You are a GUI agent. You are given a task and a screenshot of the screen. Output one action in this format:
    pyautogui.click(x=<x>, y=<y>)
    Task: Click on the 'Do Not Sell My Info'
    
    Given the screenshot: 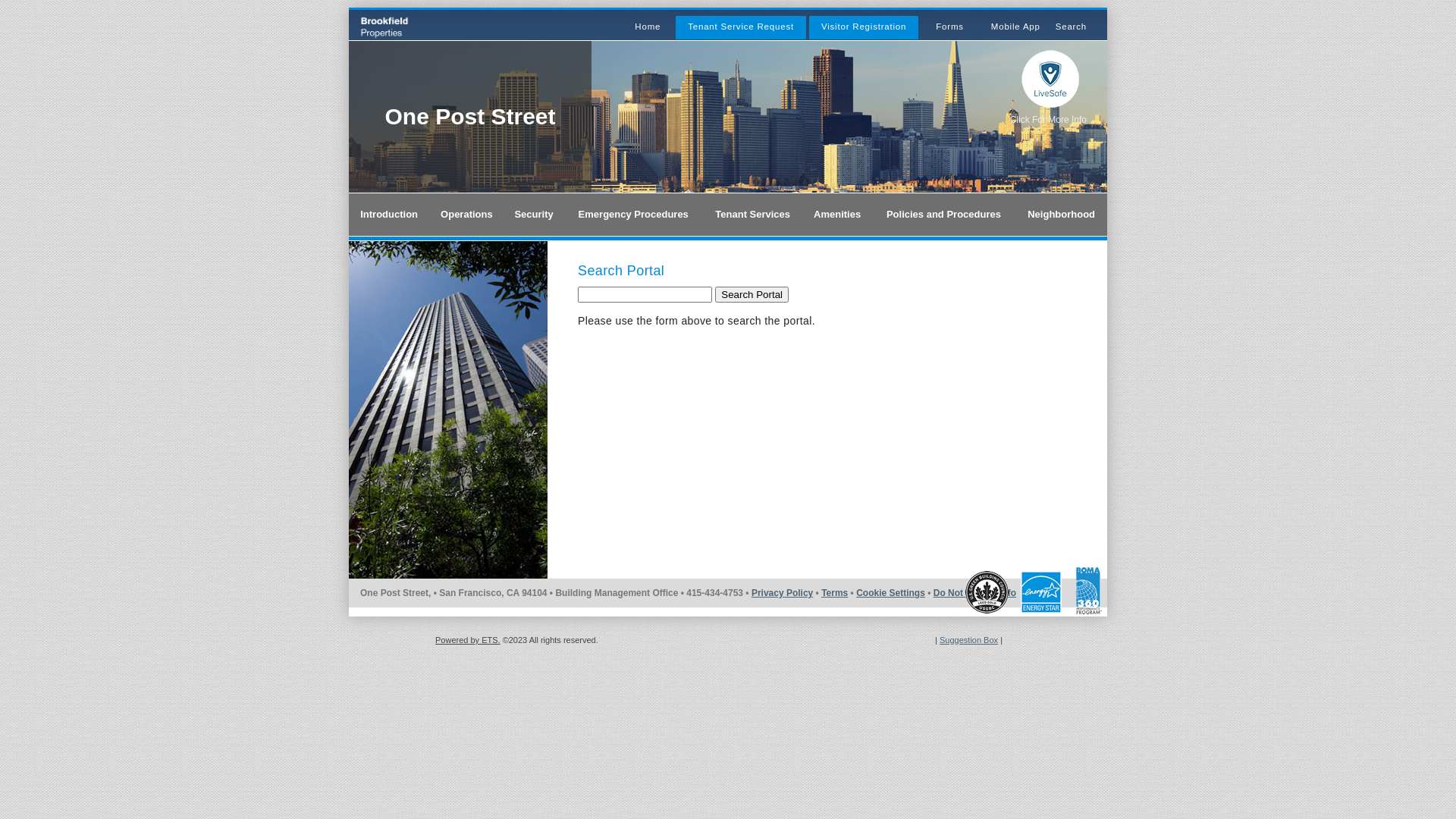 What is the action you would take?
    pyautogui.click(x=974, y=592)
    